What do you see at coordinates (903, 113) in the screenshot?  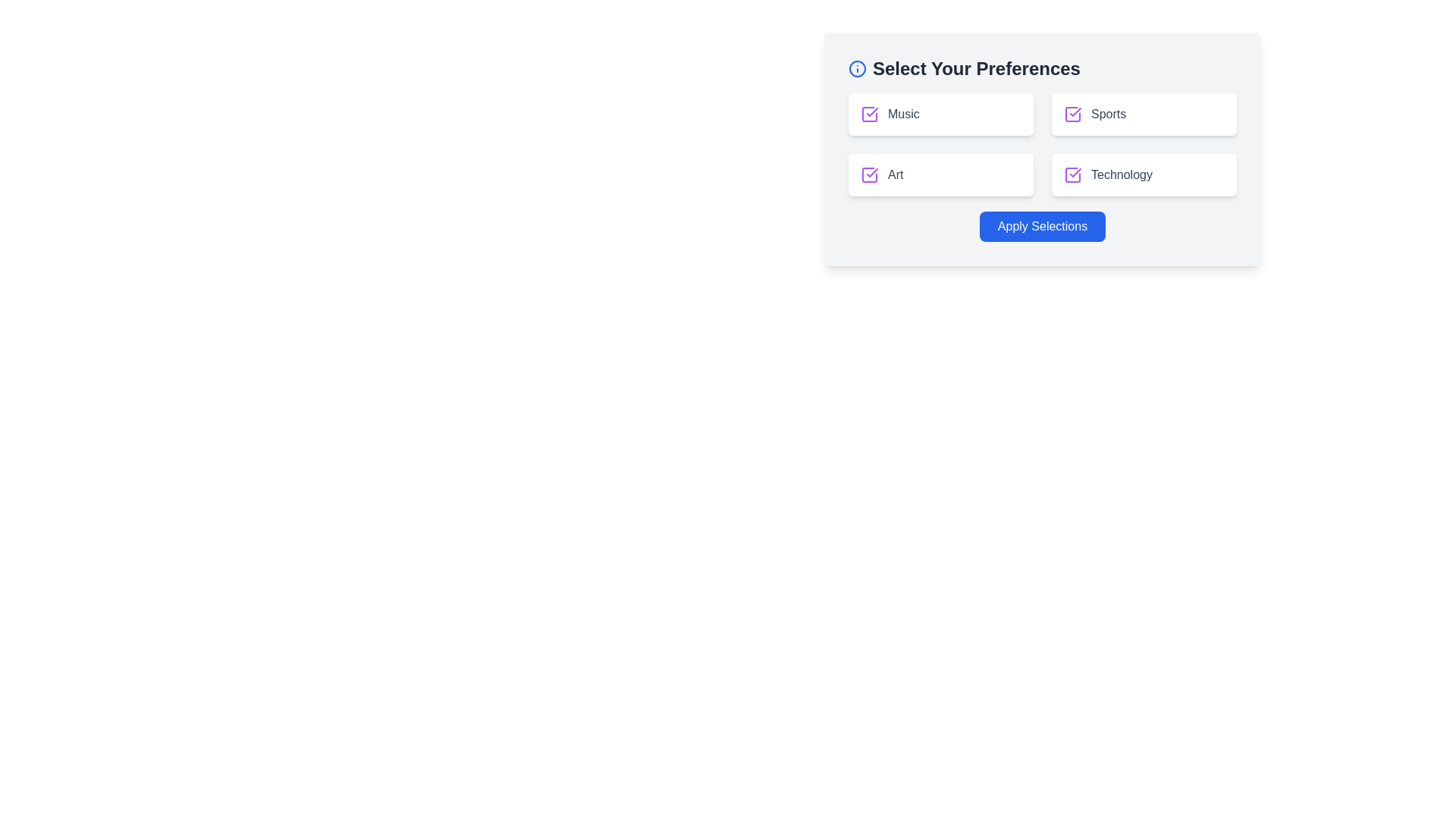 I see `the associated checkbox for selection` at bounding box center [903, 113].